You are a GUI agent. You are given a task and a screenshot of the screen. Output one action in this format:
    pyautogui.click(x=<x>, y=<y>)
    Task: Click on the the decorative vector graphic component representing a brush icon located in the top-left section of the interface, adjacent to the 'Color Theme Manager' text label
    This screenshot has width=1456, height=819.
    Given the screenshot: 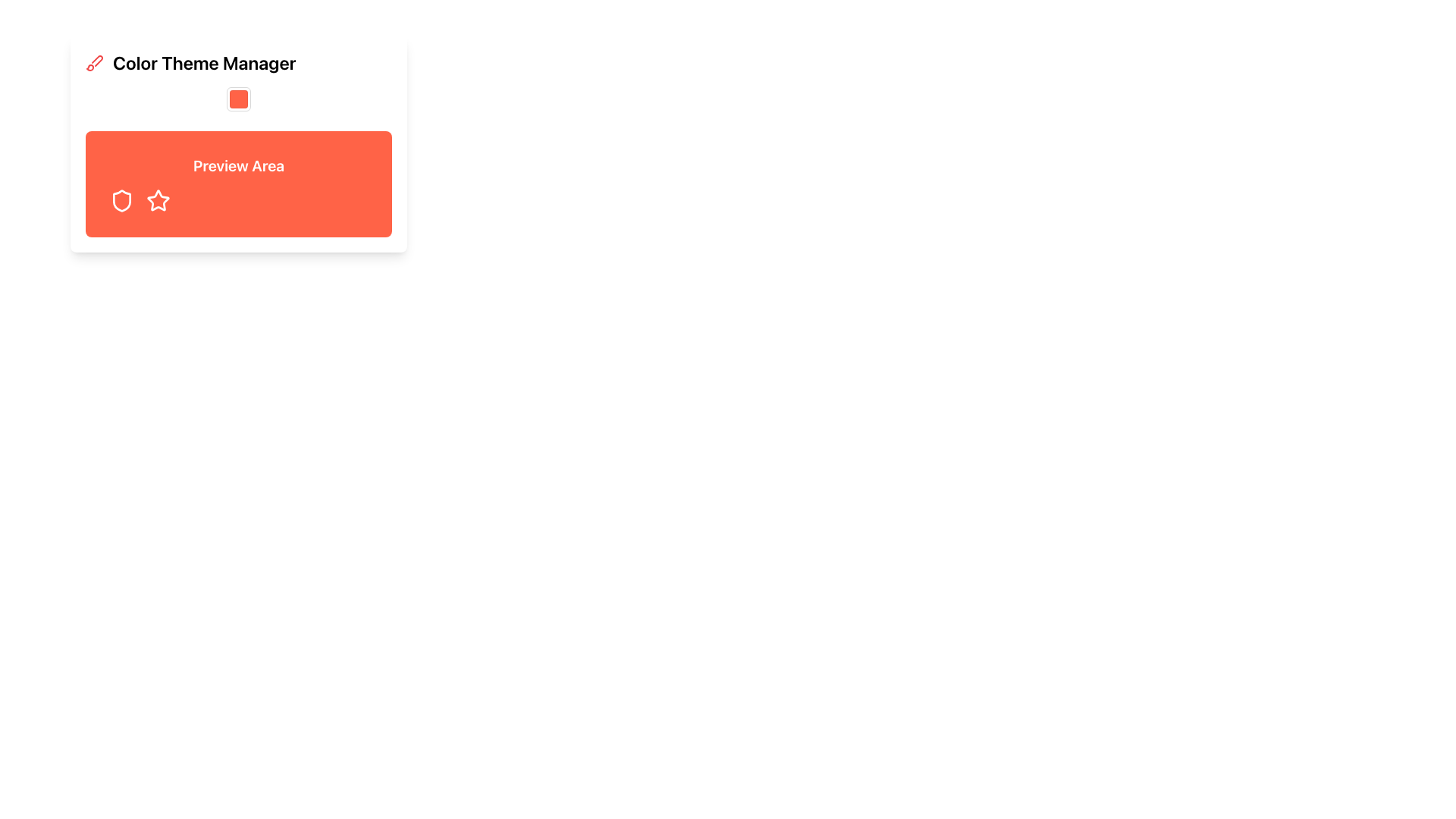 What is the action you would take?
    pyautogui.click(x=96, y=60)
    